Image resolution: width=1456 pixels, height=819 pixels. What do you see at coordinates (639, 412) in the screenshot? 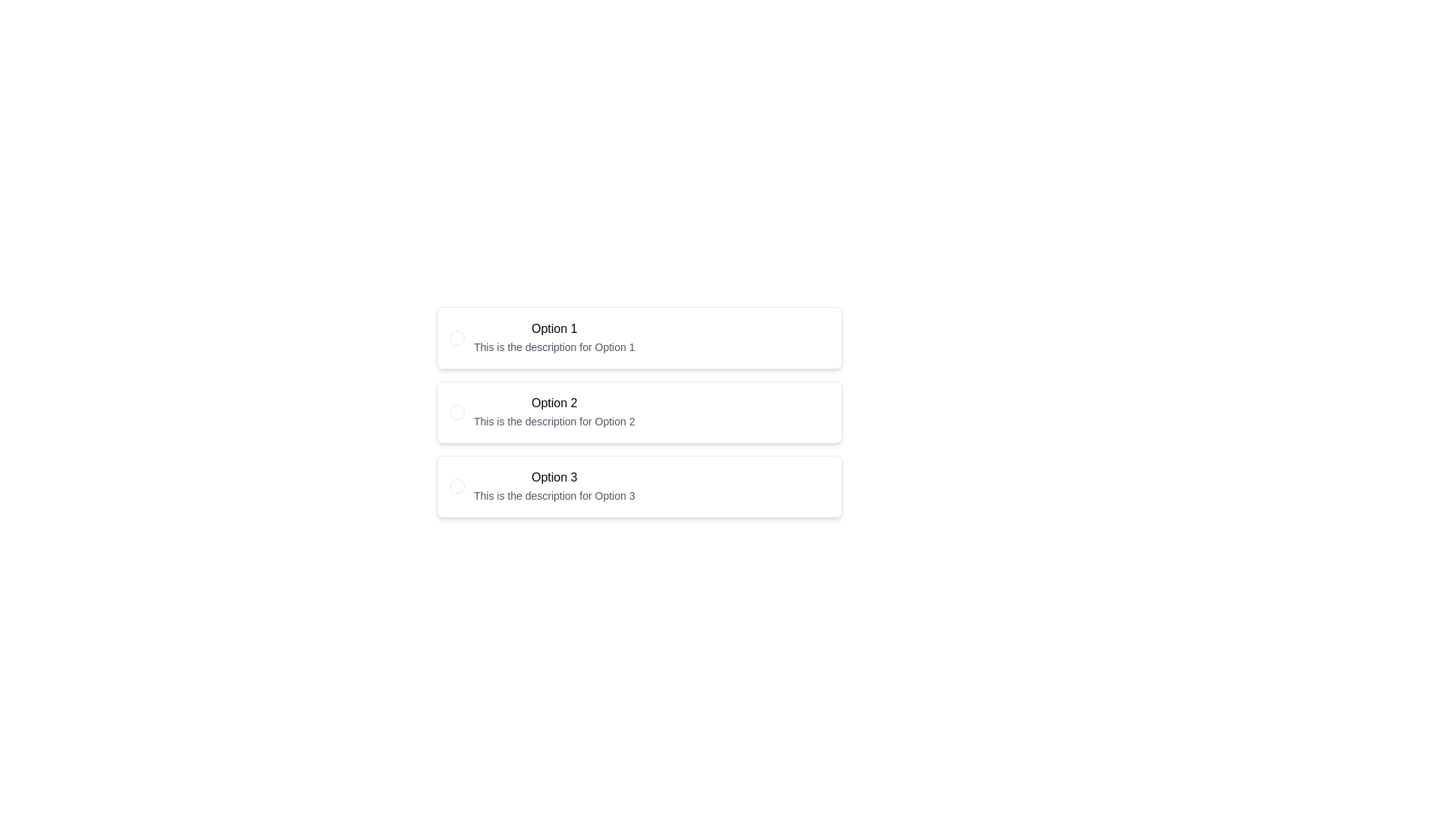
I see `the second radio option in the group` at bounding box center [639, 412].